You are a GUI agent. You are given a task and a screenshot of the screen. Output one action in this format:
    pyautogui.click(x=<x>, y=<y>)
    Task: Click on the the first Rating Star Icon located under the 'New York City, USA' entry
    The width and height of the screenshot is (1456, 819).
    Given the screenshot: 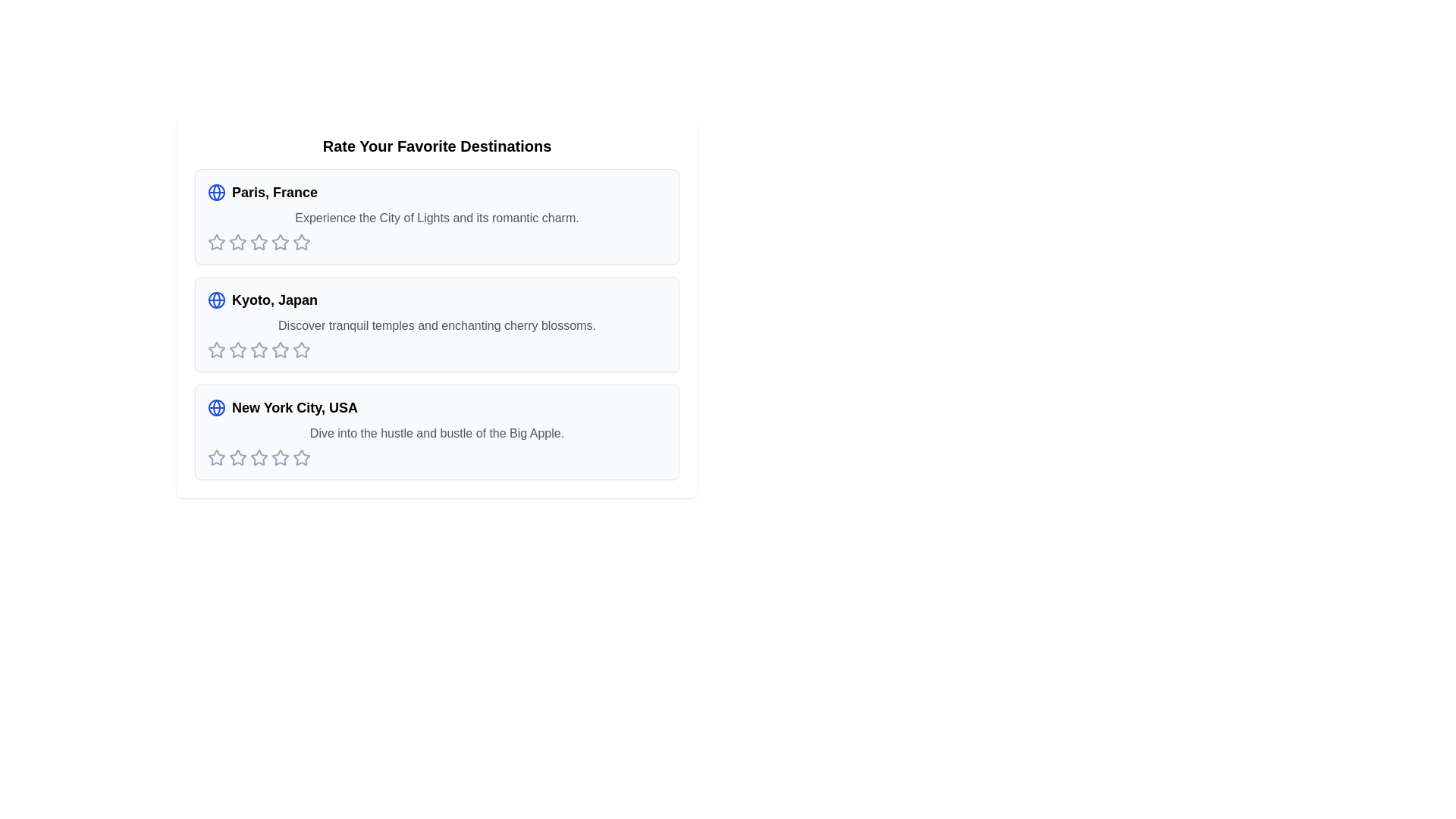 What is the action you would take?
    pyautogui.click(x=237, y=457)
    